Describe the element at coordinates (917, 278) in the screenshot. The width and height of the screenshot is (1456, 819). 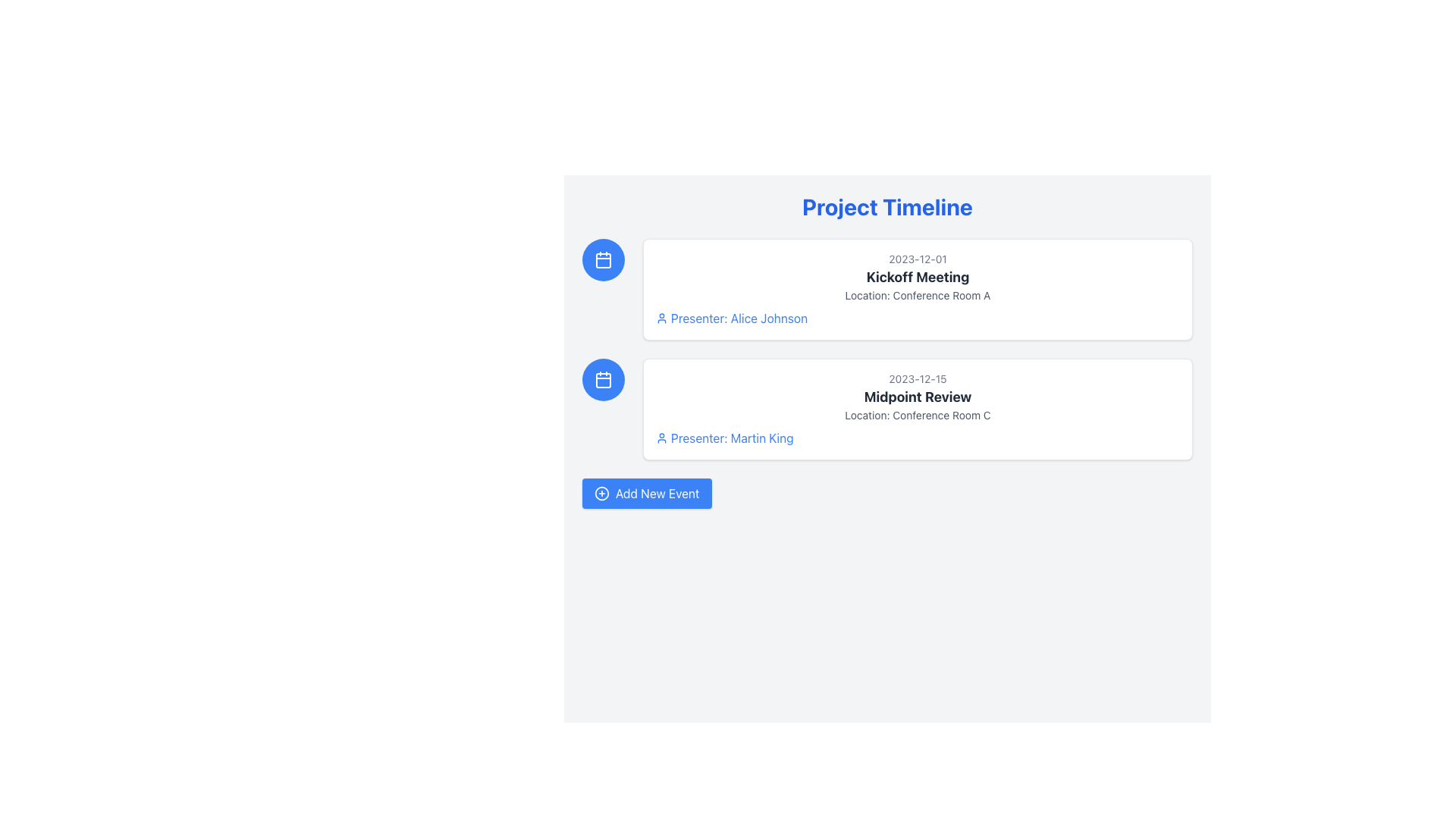
I see `the static text label reading 'Kickoff Meeting', which is styled in bold with a larger font size and dark gray color, positioned centrally below the date and above the location details in a vertical list of timeline entries` at that location.